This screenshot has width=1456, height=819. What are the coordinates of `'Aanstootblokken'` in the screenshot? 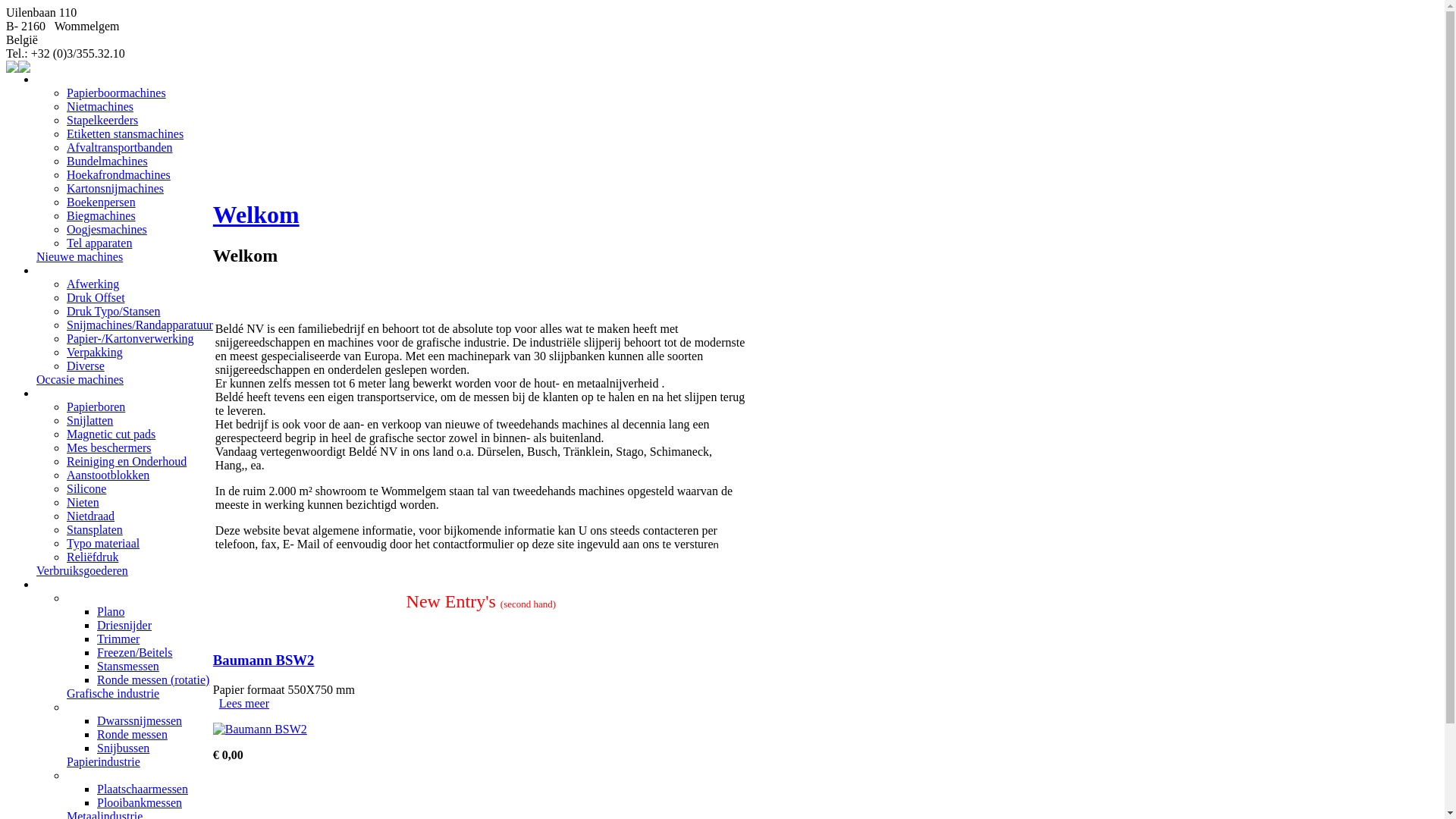 It's located at (107, 474).